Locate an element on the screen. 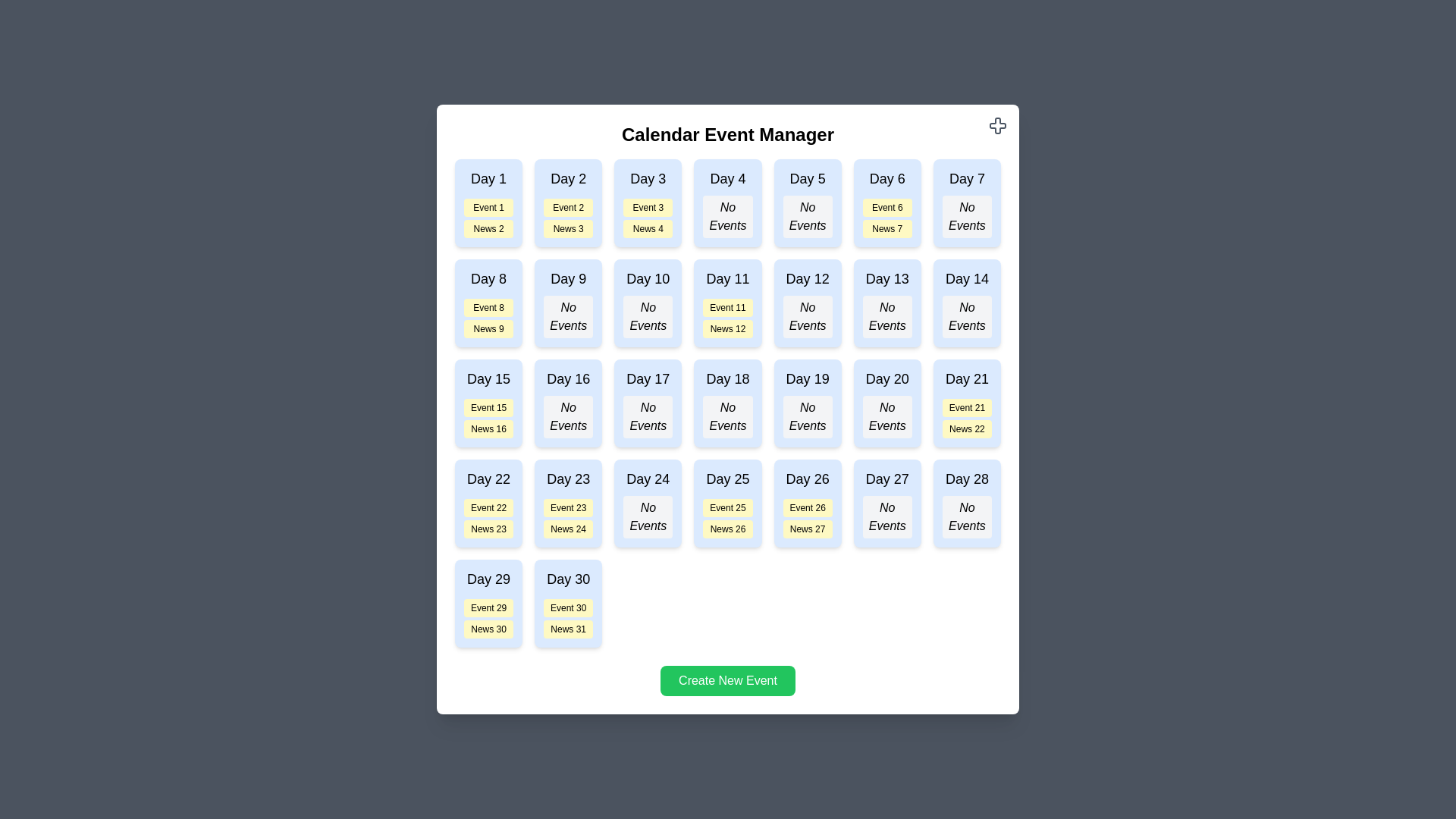 The width and height of the screenshot is (1456, 819). the 'Create New Event' button to initiate the creation of a new event is located at coordinates (728, 680).